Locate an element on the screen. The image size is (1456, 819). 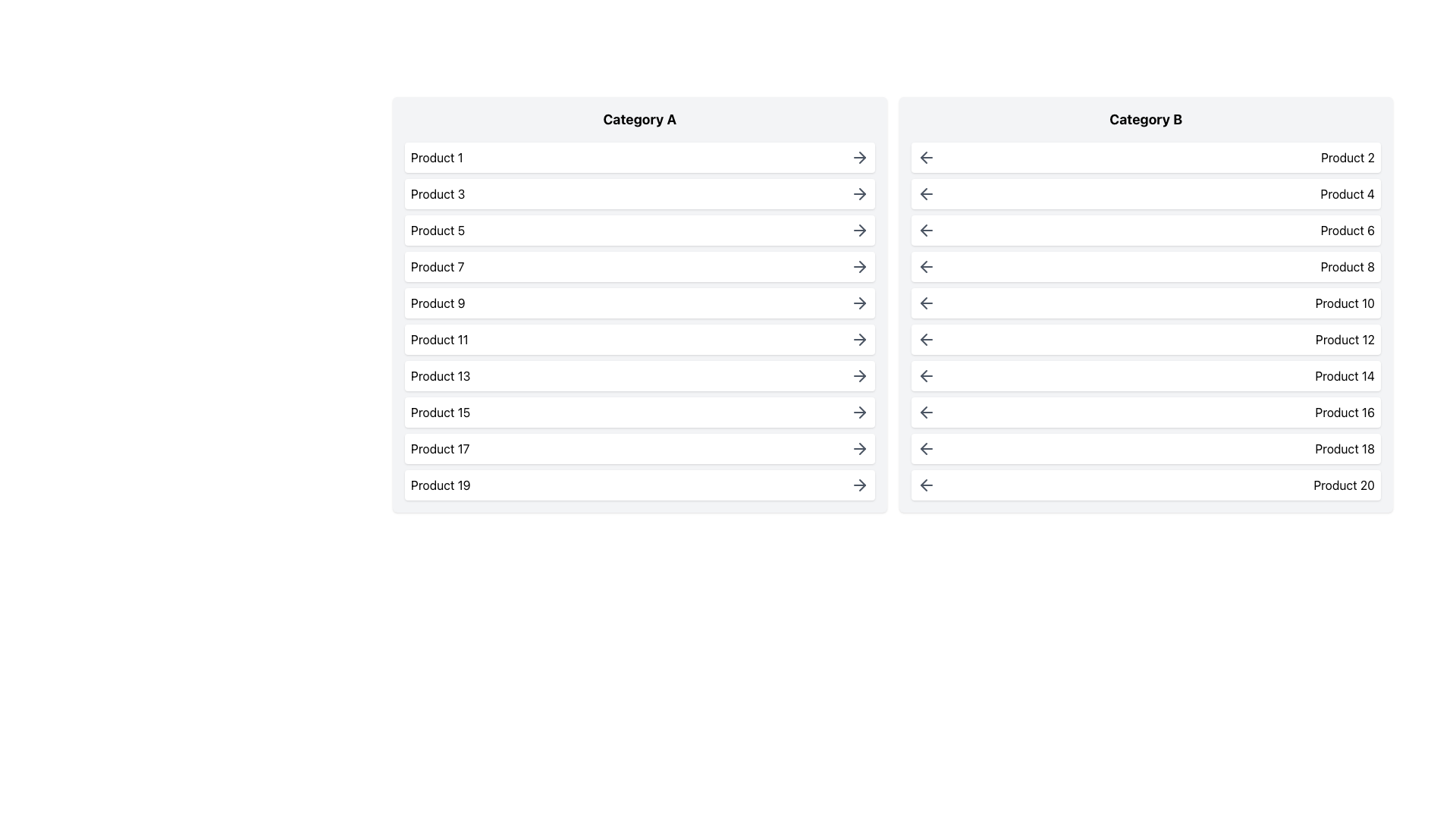
the right-pointing arrow icon button located within the 'Product 13' content area to change its appearance is located at coordinates (859, 375).